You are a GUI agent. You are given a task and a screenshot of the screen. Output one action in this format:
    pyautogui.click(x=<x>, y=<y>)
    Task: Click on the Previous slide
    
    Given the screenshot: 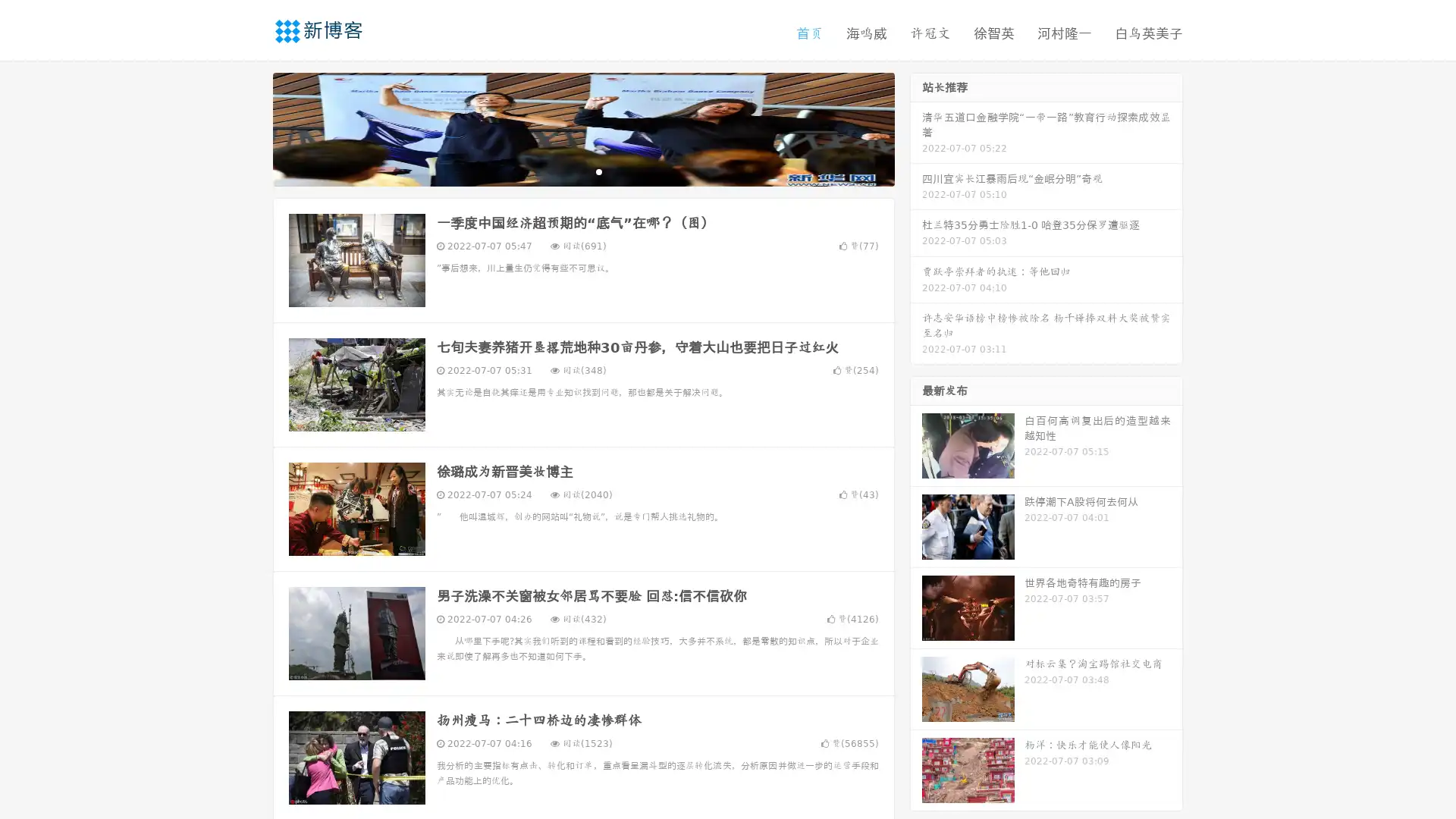 What is the action you would take?
    pyautogui.click(x=250, y=127)
    